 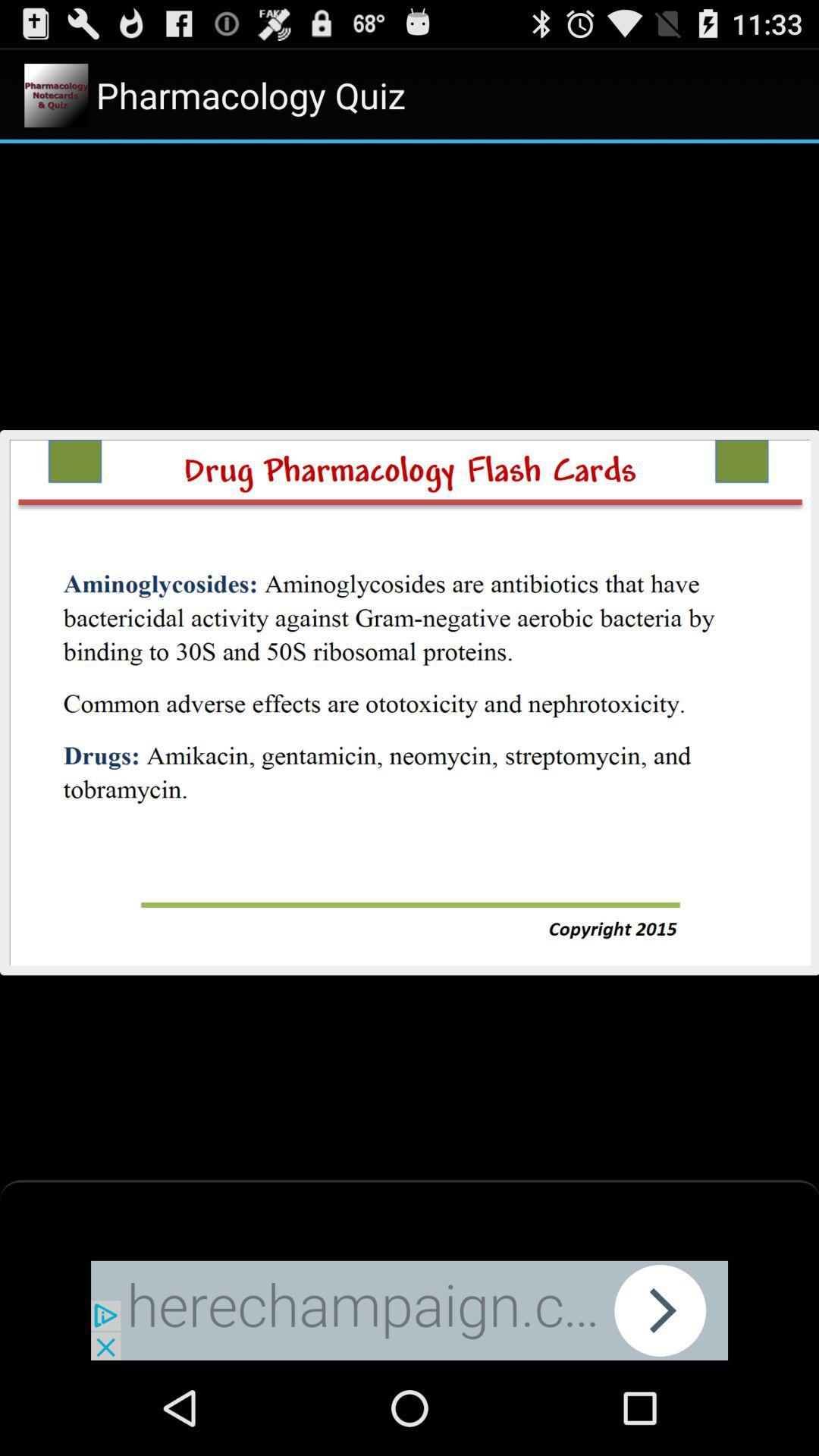 I want to click on advertisement, so click(x=409, y=1310).